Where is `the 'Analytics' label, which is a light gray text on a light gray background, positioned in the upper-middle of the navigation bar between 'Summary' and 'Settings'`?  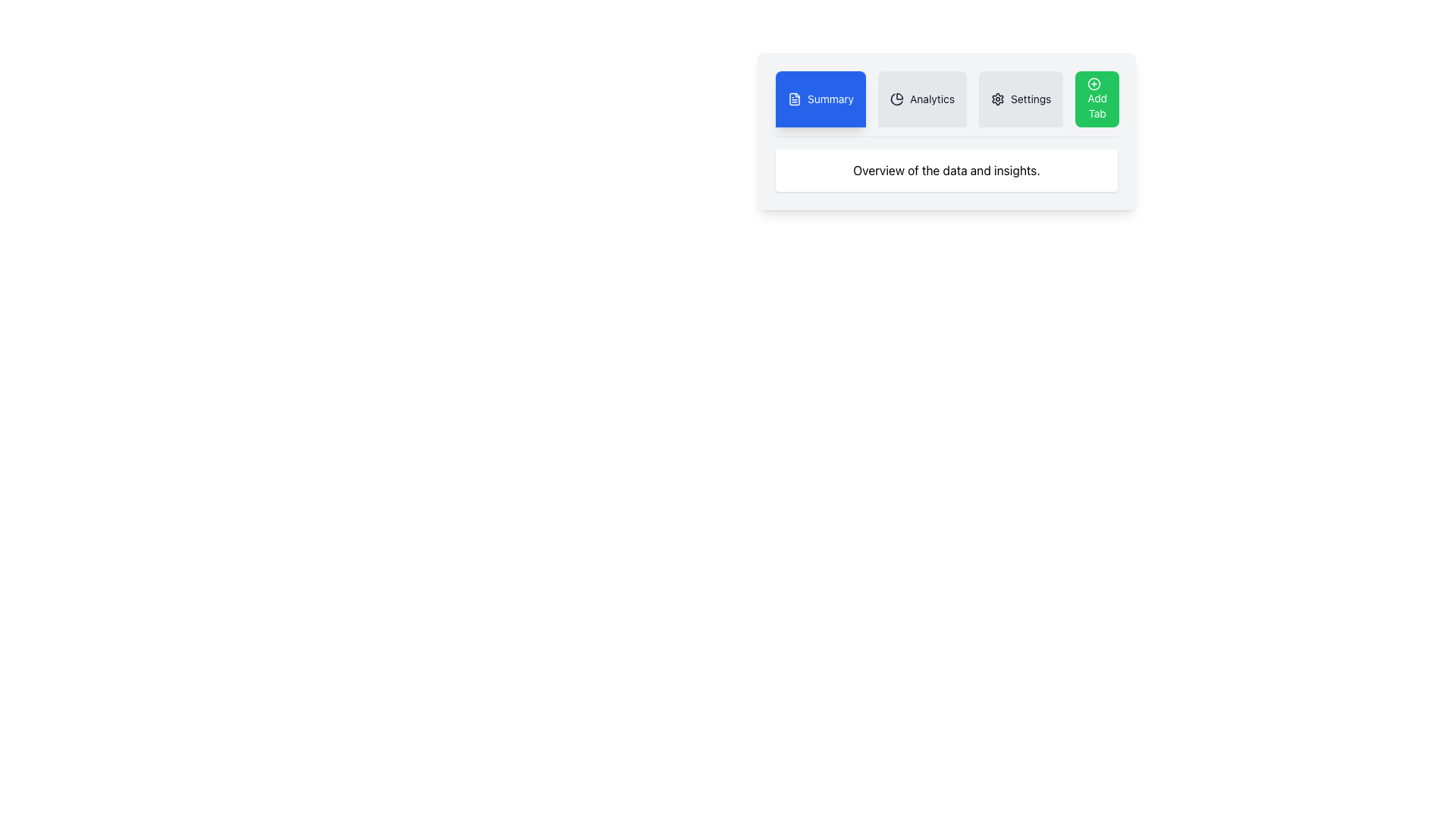
the 'Analytics' label, which is a light gray text on a light gray background, positioned in the upper-middle of the navigation bar between 'Summary' and 'Settings' is located at coordinates (931, 99).